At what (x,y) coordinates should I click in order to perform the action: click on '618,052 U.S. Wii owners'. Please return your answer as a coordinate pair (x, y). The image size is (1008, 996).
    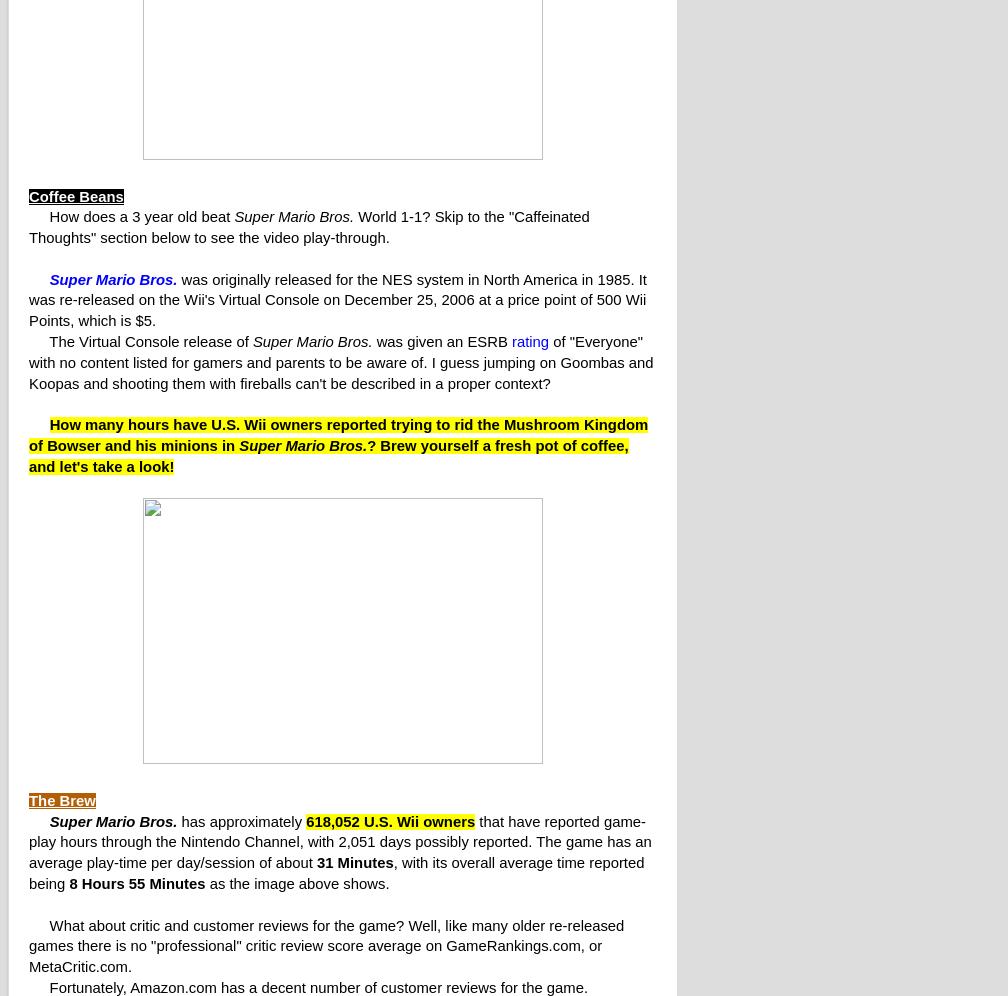
    Looking at the image, I should click on (390, 820).